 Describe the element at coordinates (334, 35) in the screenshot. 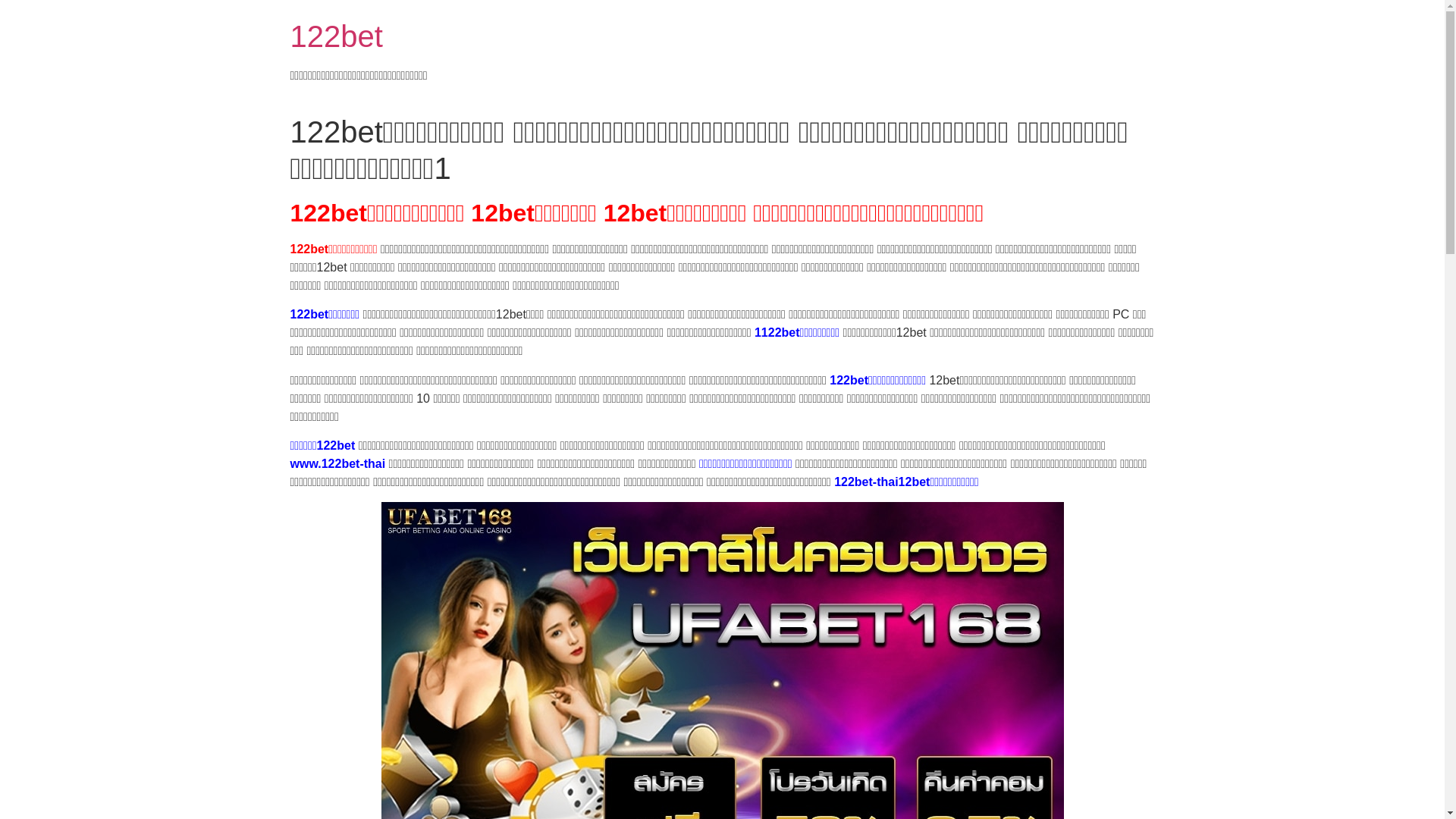

I see `'122bet'` at that location.